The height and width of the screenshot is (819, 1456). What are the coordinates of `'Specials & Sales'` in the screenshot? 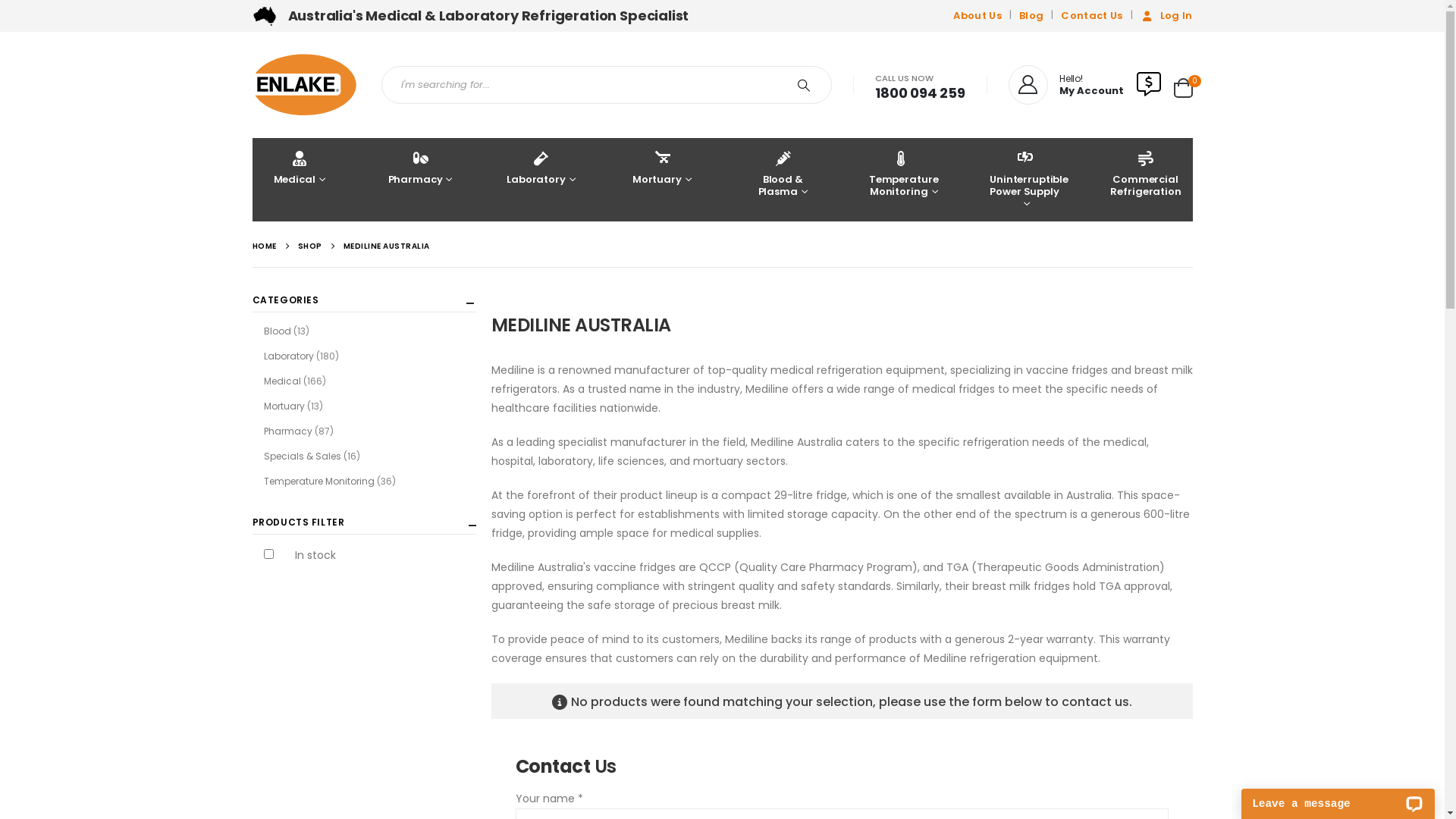 It's located at (263, 455).